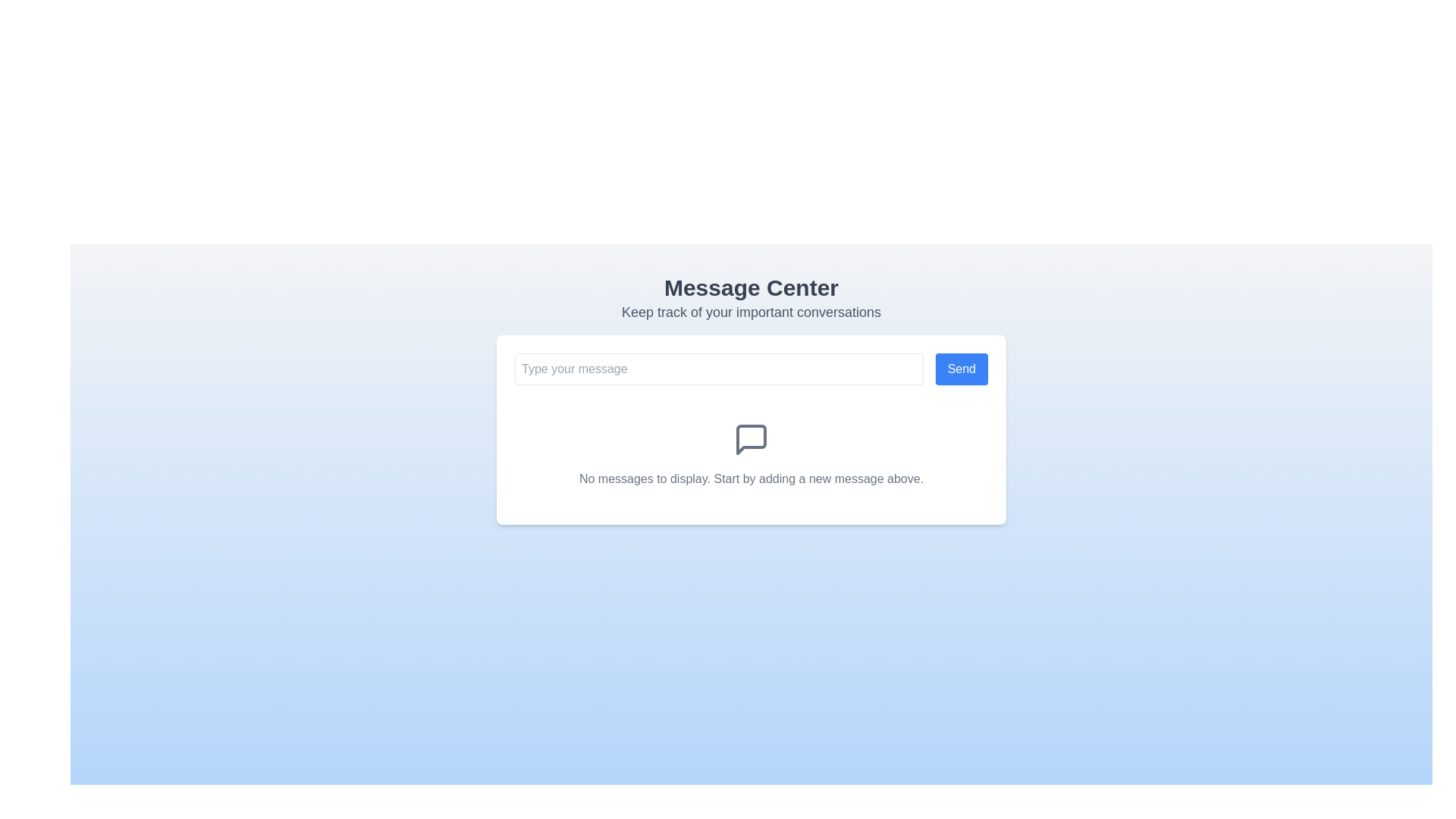 This screenshot has height=819, width=1456. I want to click on the Text Input Field located in the upper section of the light blue card area to enable text entry, so click(718, 369).